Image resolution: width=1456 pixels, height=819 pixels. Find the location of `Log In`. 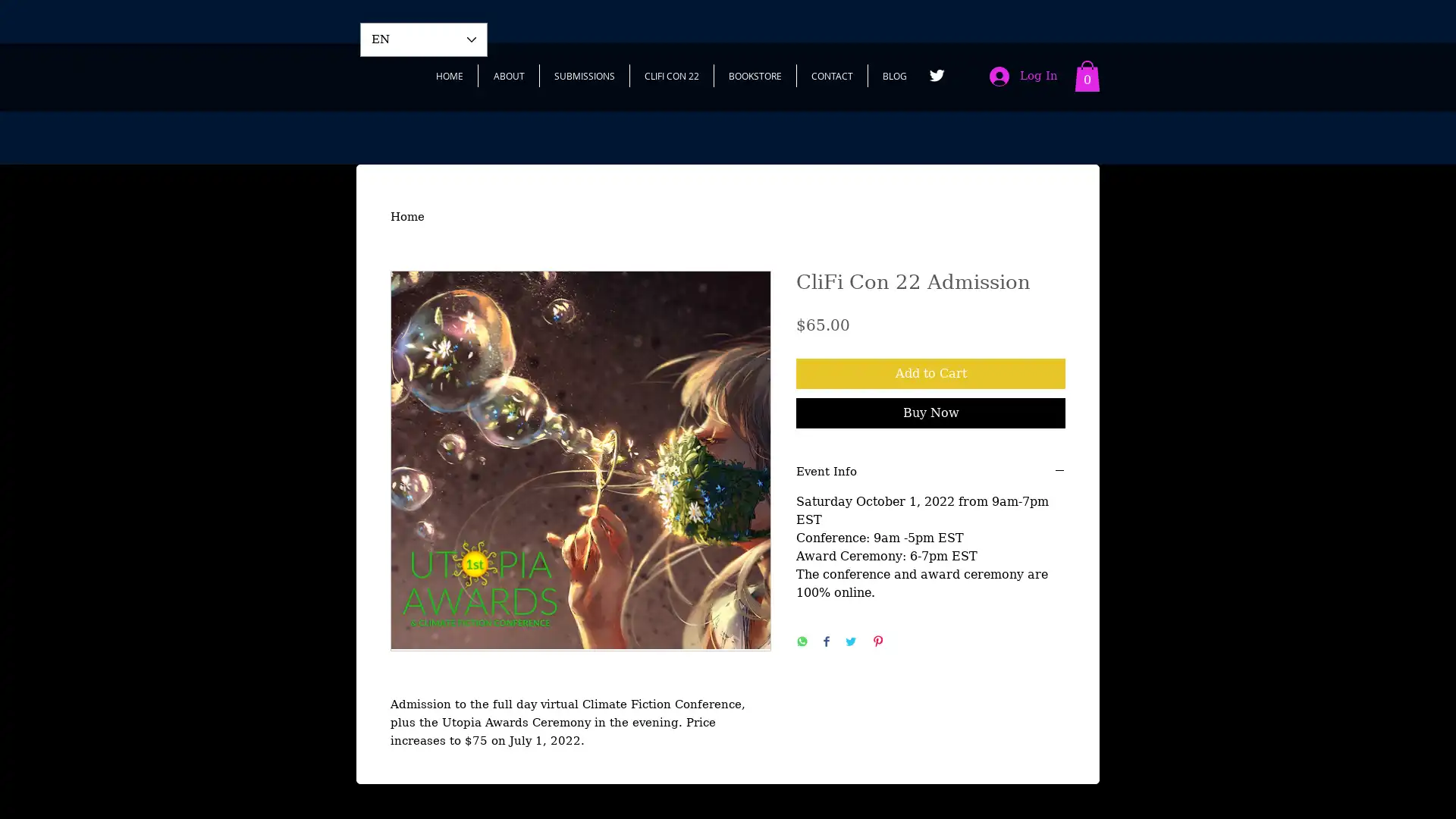

Log In is located at coordinates (1023, 76).